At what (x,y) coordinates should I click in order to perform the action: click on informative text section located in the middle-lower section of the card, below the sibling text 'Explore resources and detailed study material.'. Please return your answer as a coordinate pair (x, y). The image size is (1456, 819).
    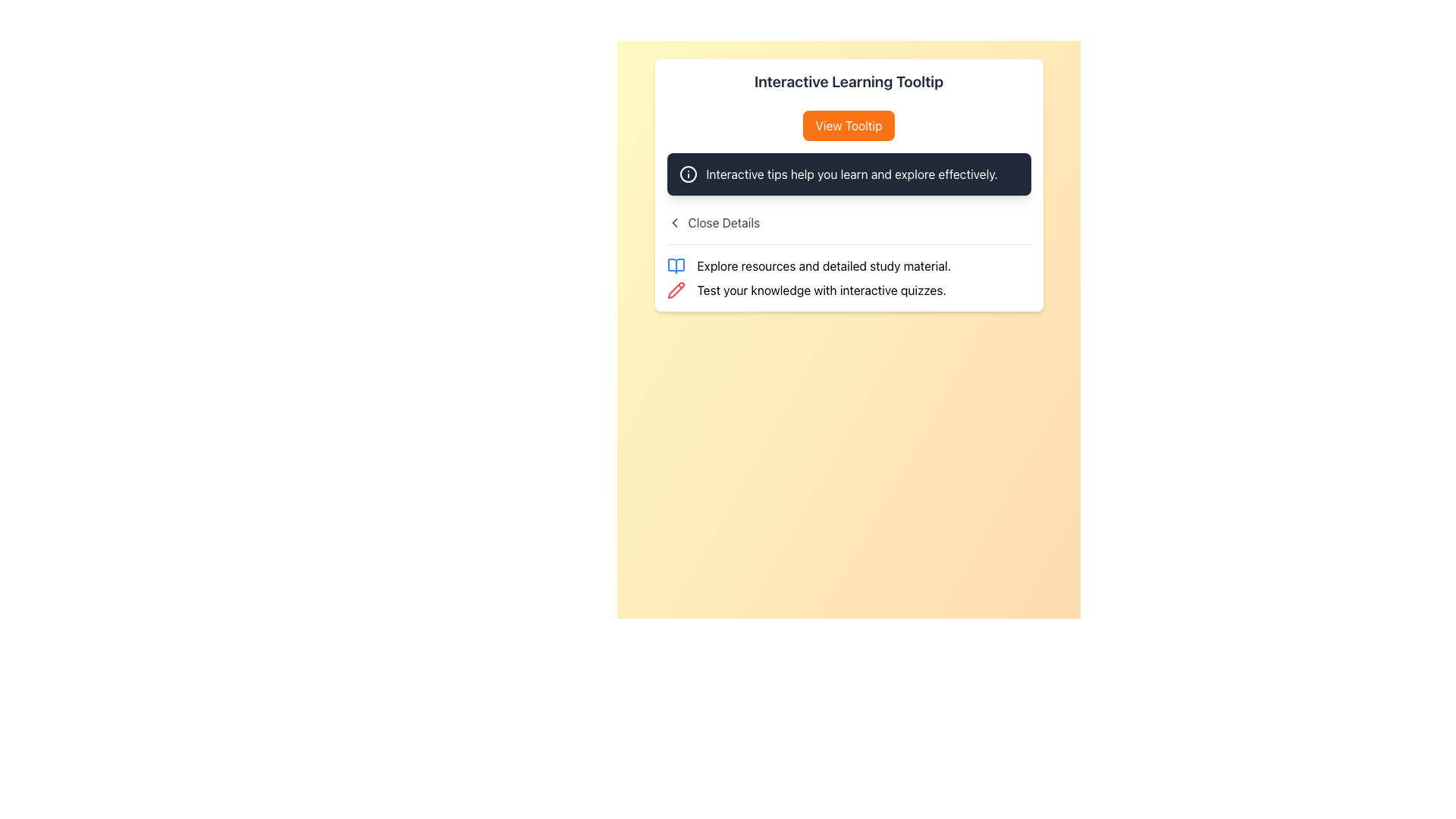
    Looking at the image, I should click on (848, 290).